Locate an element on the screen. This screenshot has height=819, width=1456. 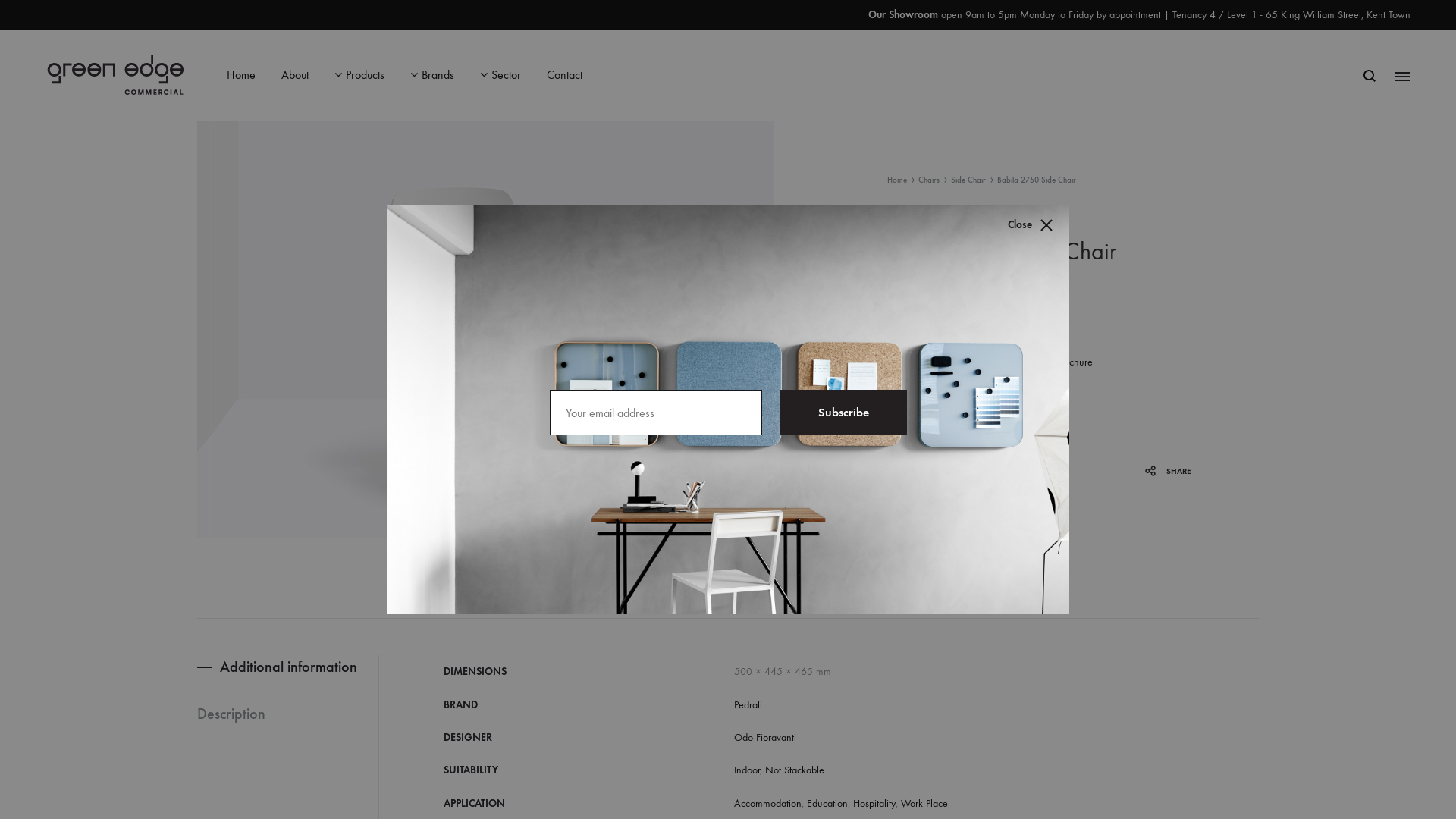
'Chairs' is located at coordinates (917, 179).